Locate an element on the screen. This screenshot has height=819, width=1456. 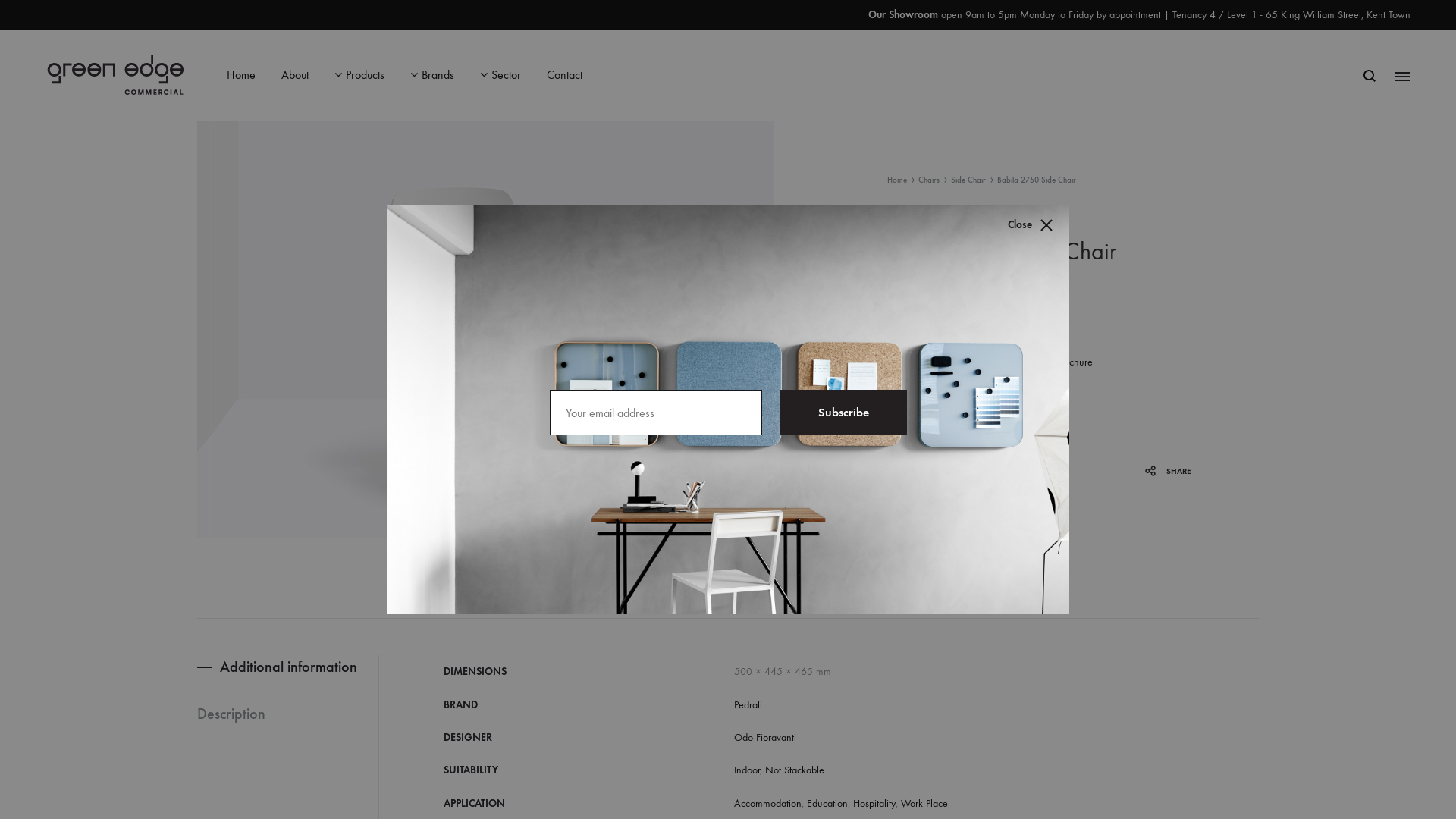
'Chairs' is located at coordinates (917, 179).